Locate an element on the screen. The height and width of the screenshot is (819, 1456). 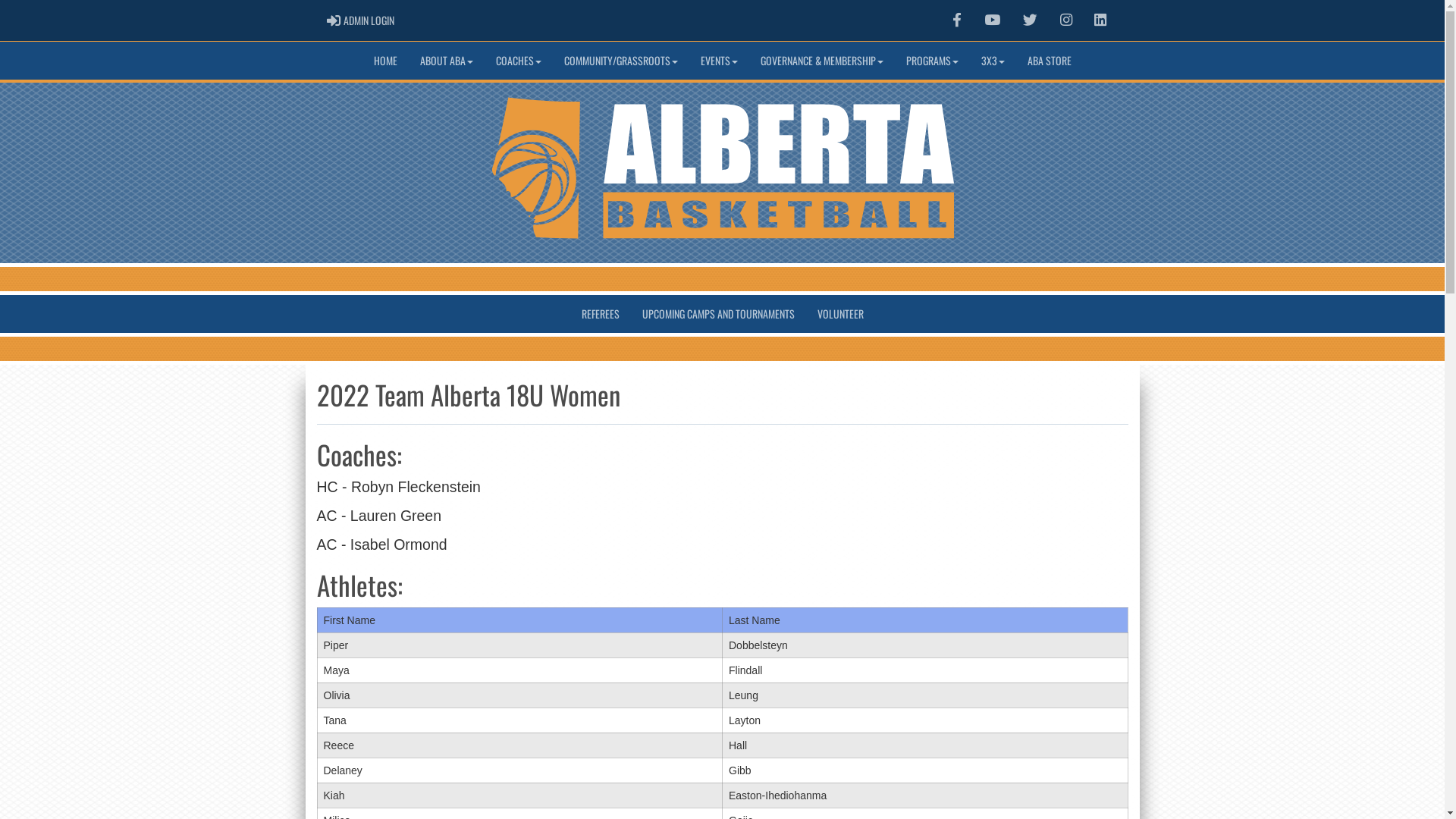
'EVENTS' is located at coordinates (717, 60).